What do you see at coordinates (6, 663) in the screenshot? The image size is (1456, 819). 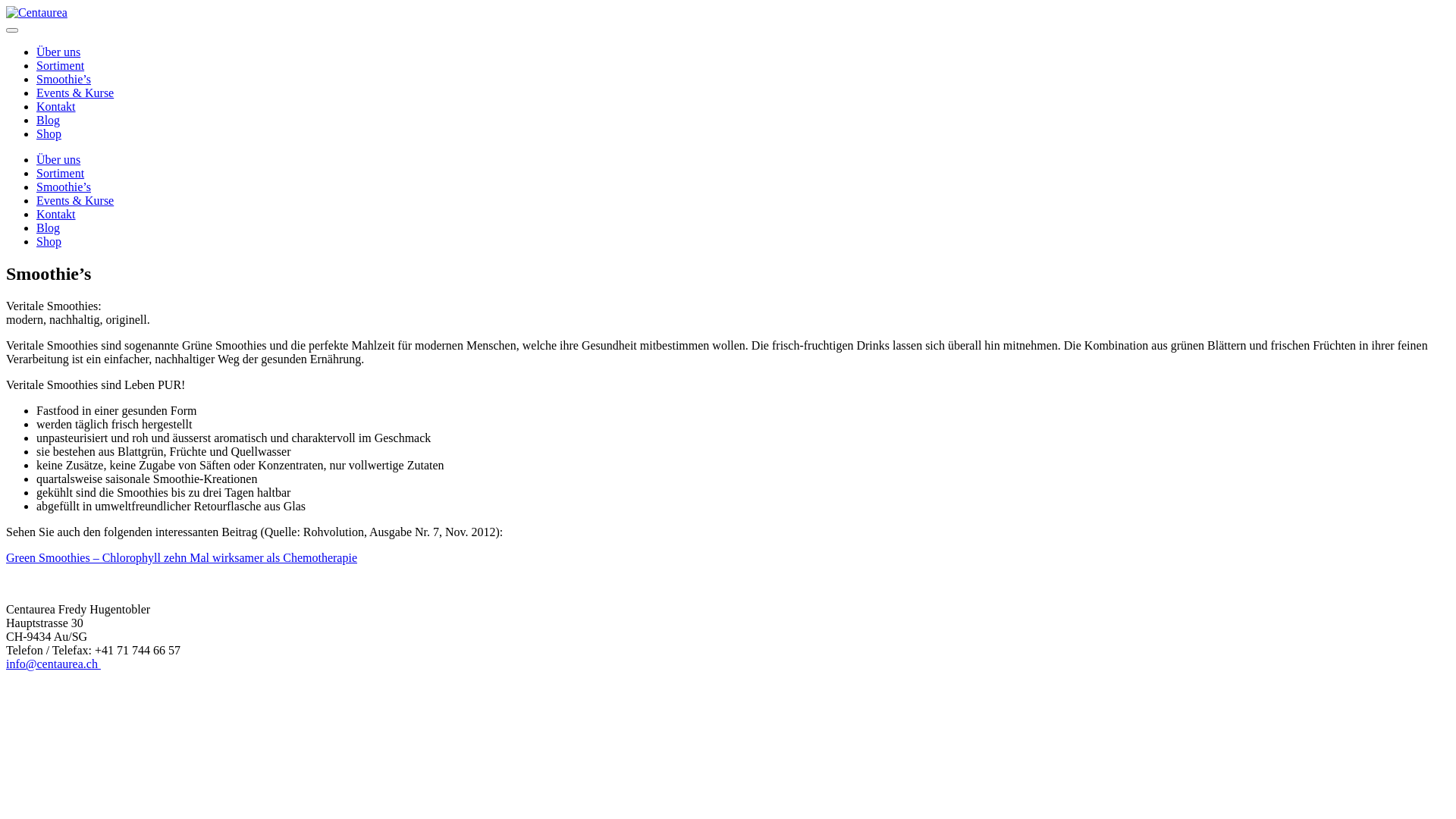 I see `'info@centaurea.ch '` at bounding box center [6, 663].